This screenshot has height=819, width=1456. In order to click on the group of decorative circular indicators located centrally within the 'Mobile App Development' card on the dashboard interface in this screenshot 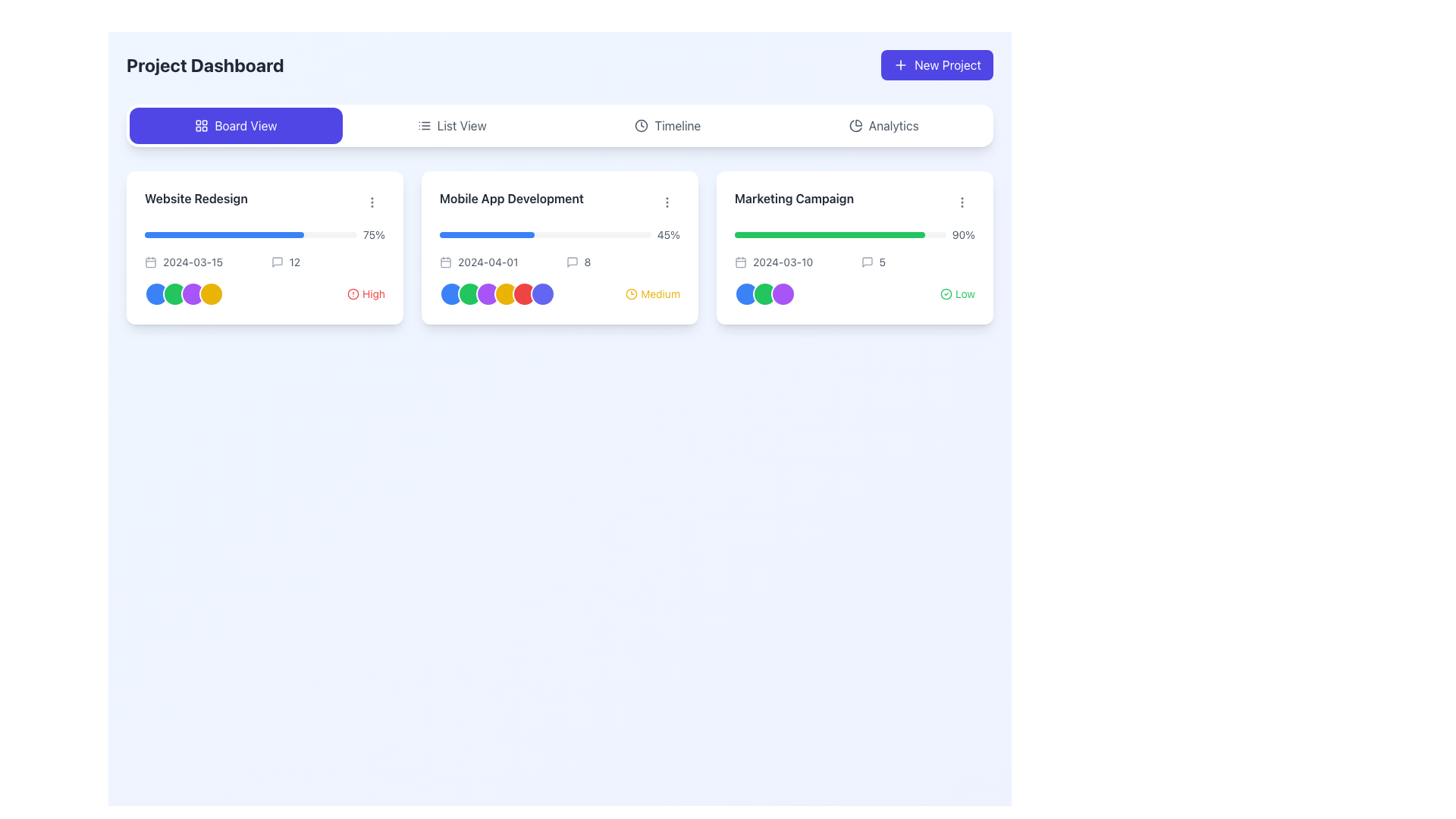, I will do `click(497, 294)`.